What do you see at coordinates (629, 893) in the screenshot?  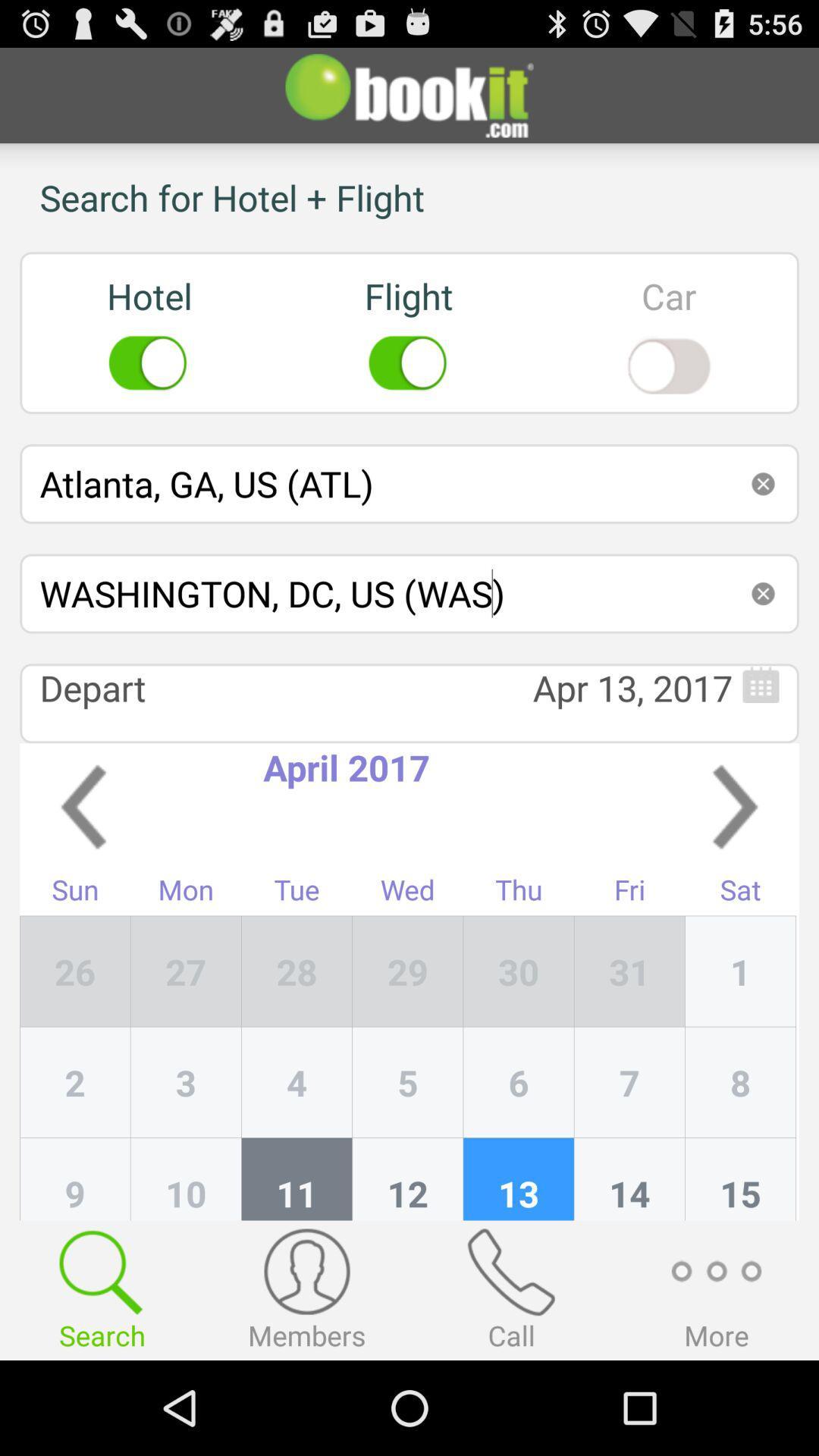 I see `the item above the 30 icon` at bounding box center [629, 893].